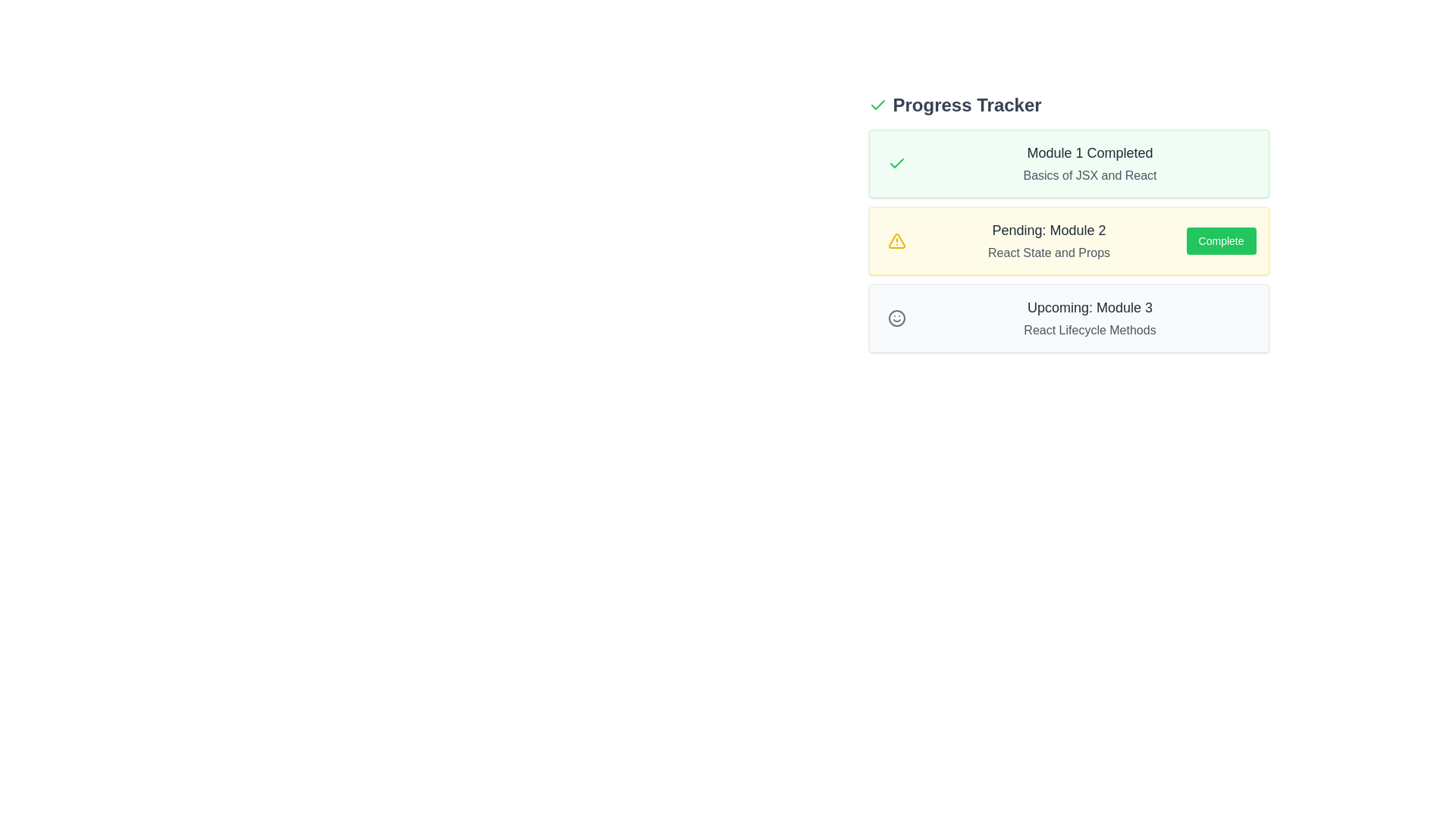 The height and width of the screenshot is (819, 1456). What do you see at coordinates (896, 240) in the screenshot?
I see `the graphic icon that indicates a pending or warning status, positioned to the left of the text 'Pending: Module 2' in the second row of the progress tracker card` at bounding box center [896, 240].